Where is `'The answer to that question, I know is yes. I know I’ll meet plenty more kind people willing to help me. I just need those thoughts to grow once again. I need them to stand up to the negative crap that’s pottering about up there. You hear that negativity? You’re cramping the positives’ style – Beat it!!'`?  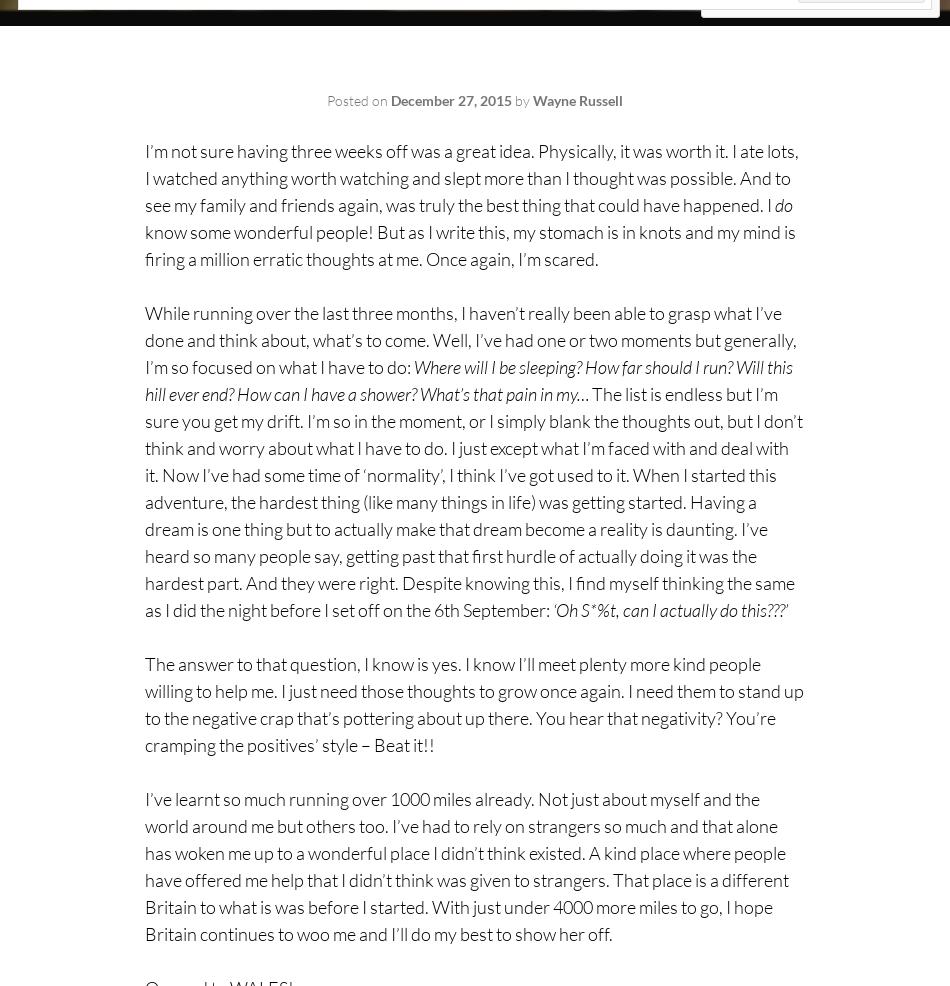
'The answer to that question, I know is yes. I know I’ll meet plenty more kind people willing to help me. I just need those thoughts to grow once again. I need them to stand up to the negative crap that’s pottering about up there. You hear that negativity? You’re cramping the positives’ style – Beat it!!' is located at coordinates (473, 703).